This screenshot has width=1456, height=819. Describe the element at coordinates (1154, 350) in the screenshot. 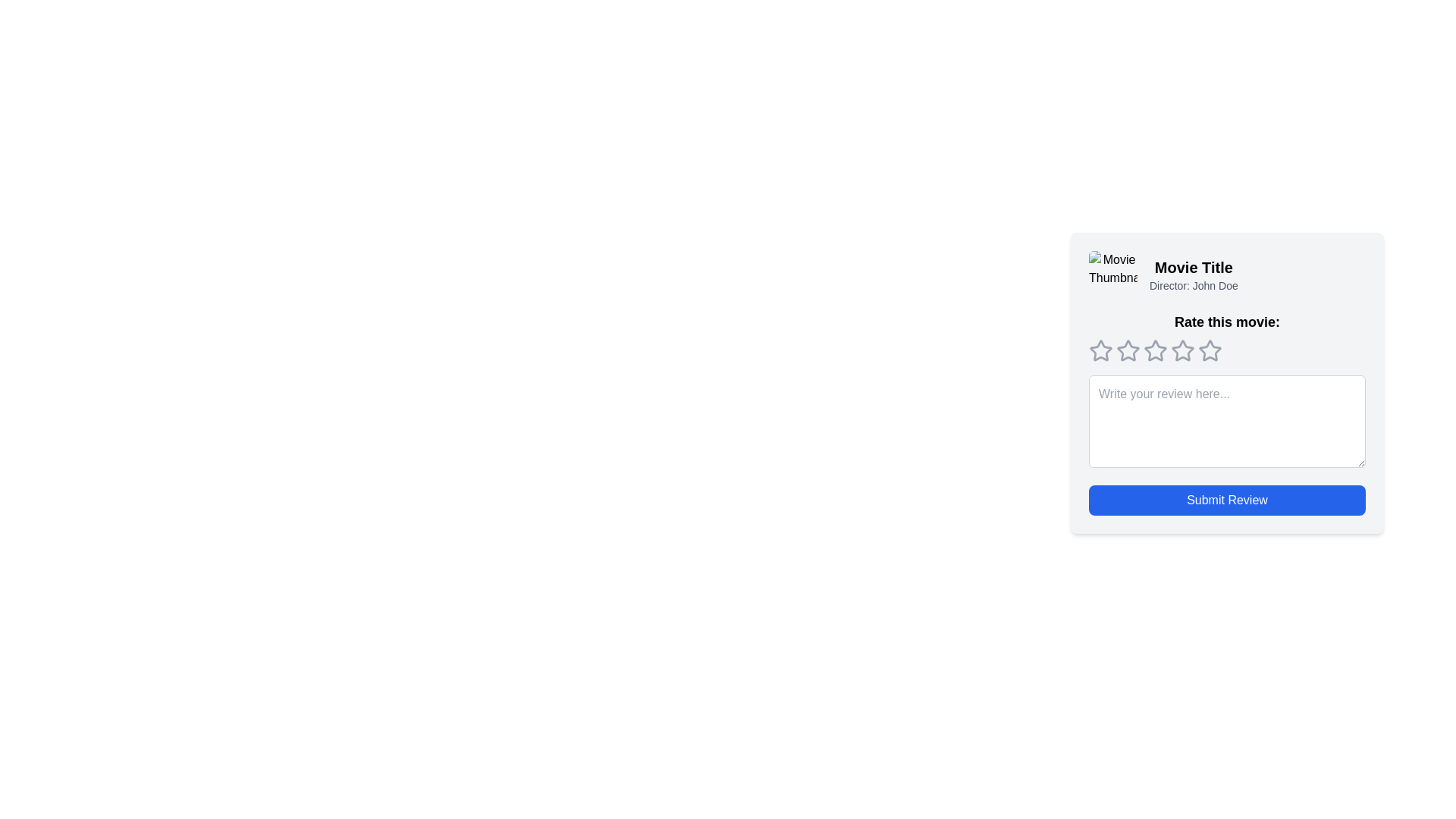

I see `the second star icon in the 5-star rating system` at that location.